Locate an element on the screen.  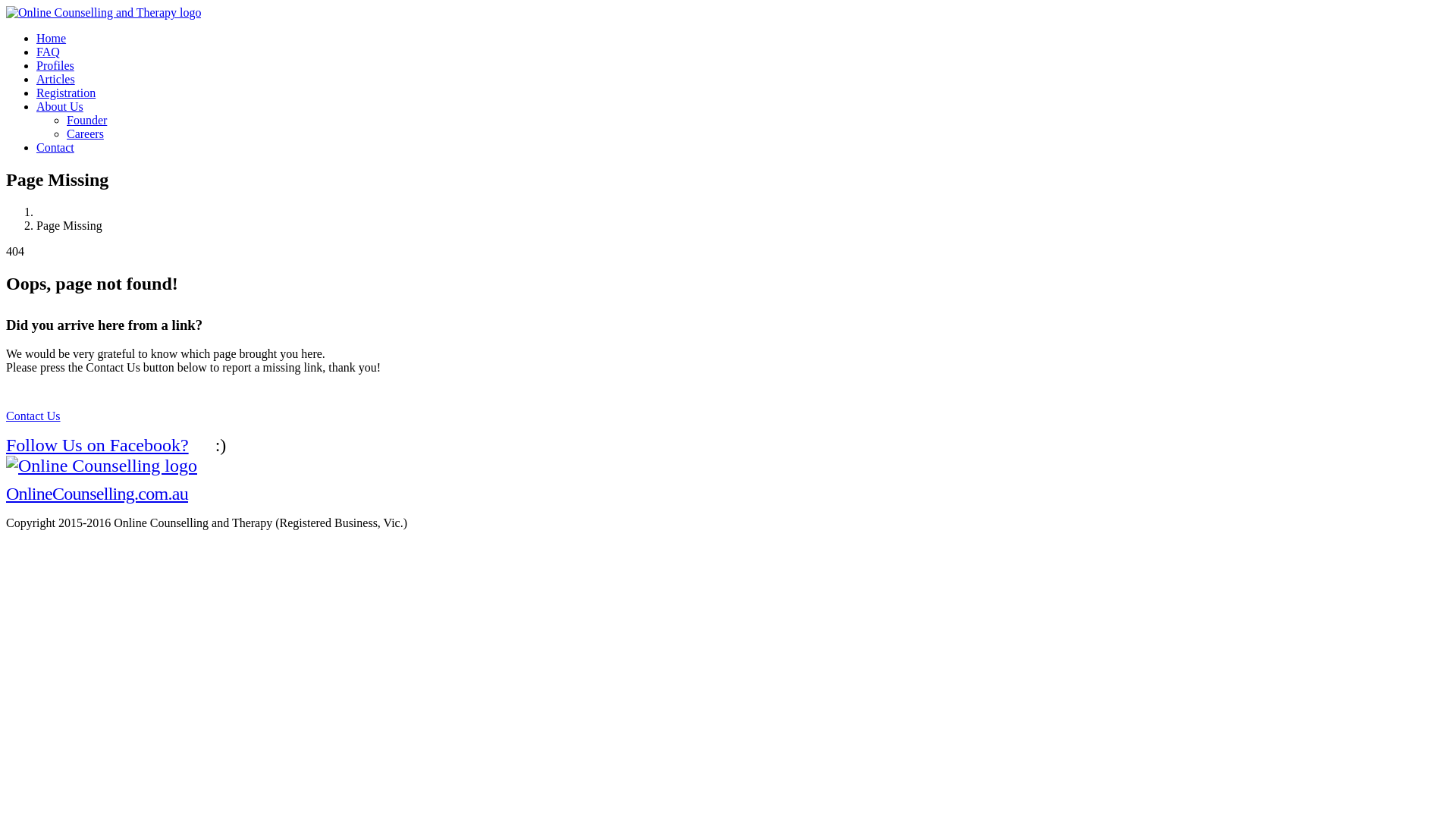
'Registration' is located at coordinates (64, 93).